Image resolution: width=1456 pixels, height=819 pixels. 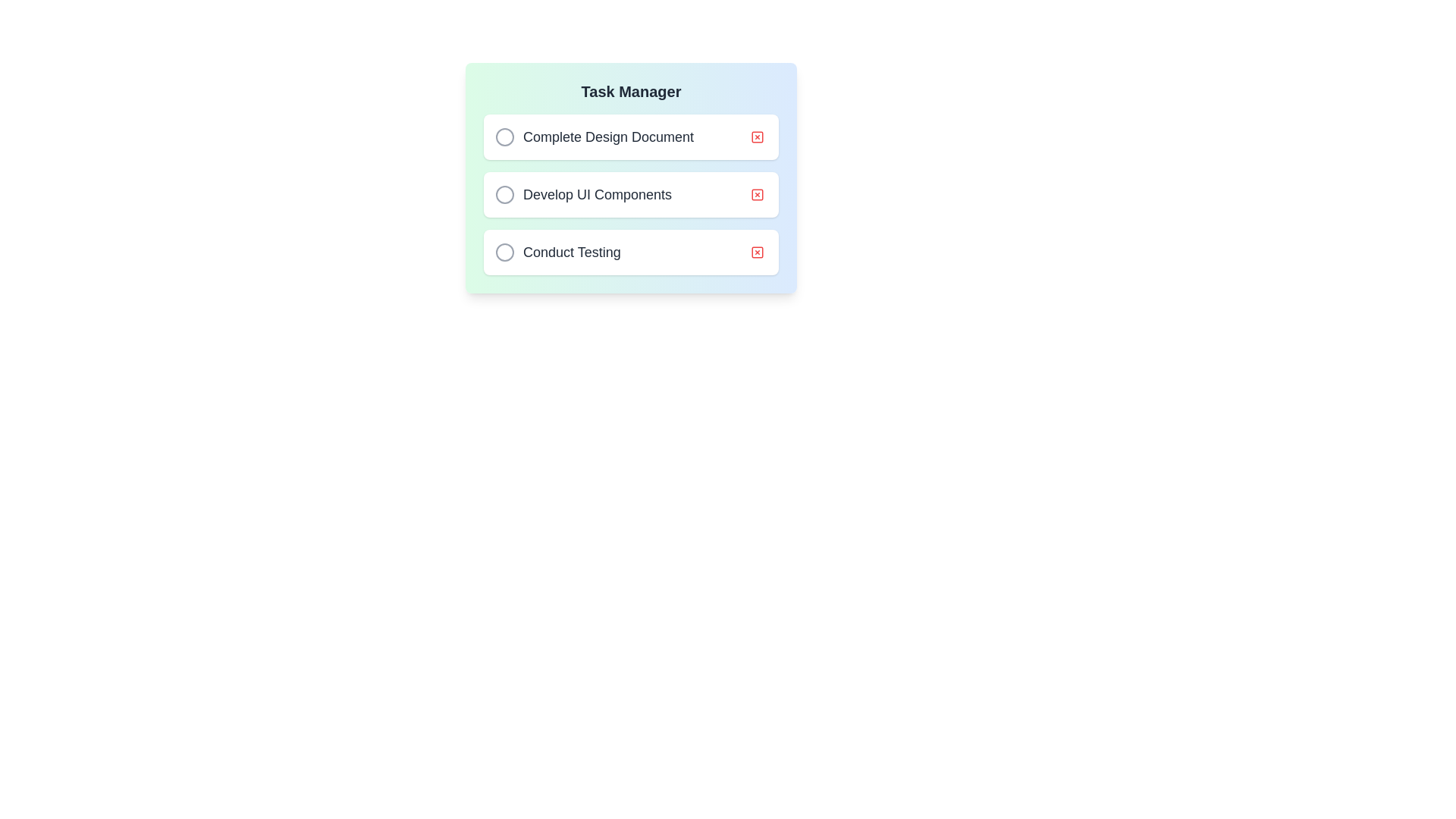 What do you see at coordinates (505, 251) in the screenshot?
I see `the radio button for the task named 'Conduct Testing'` at bounding box center [505, 251].